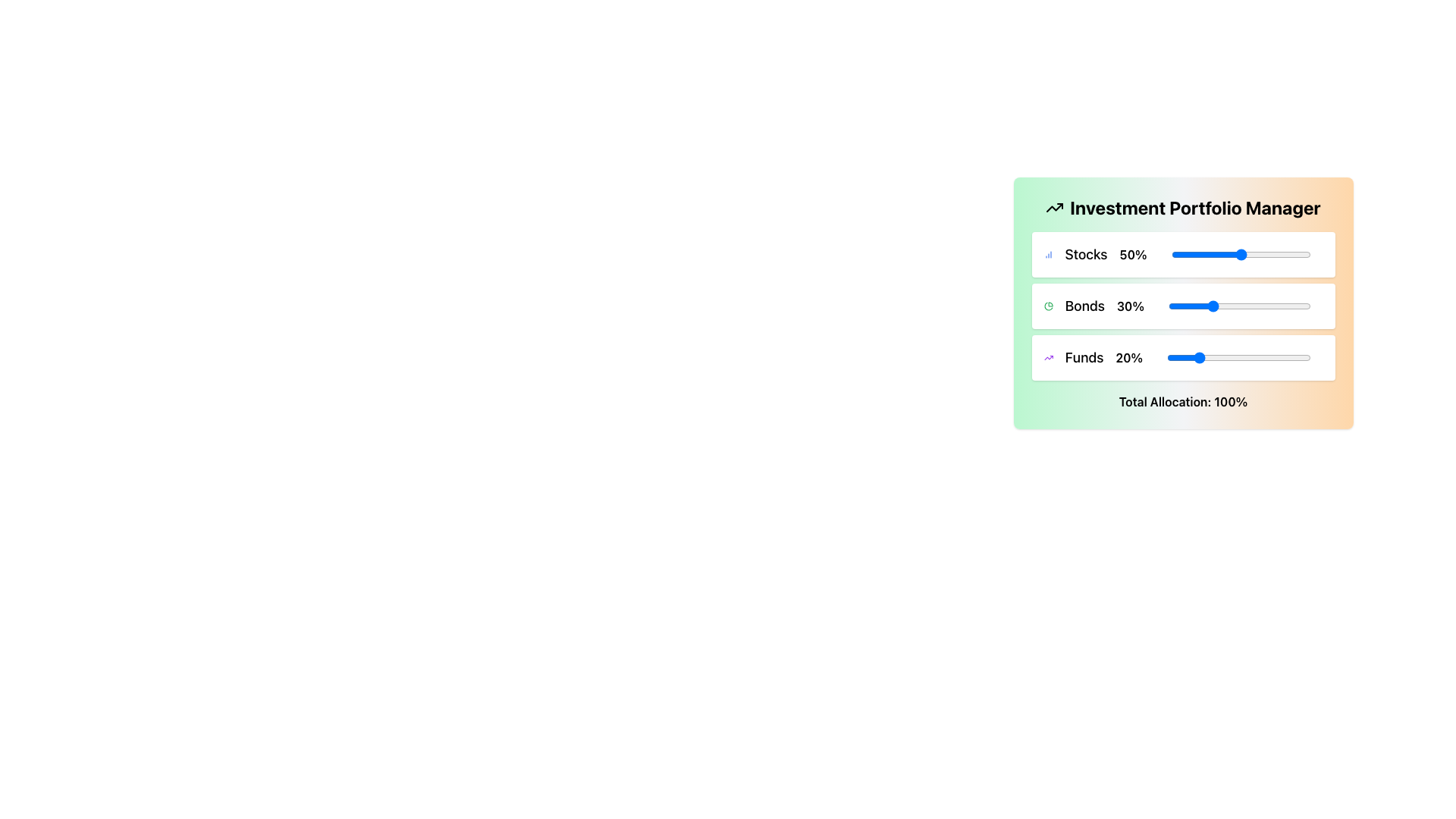 This screenshot has height=819, width=1456. I want to click on the 'Funds' allocation, so click(1217, 357).